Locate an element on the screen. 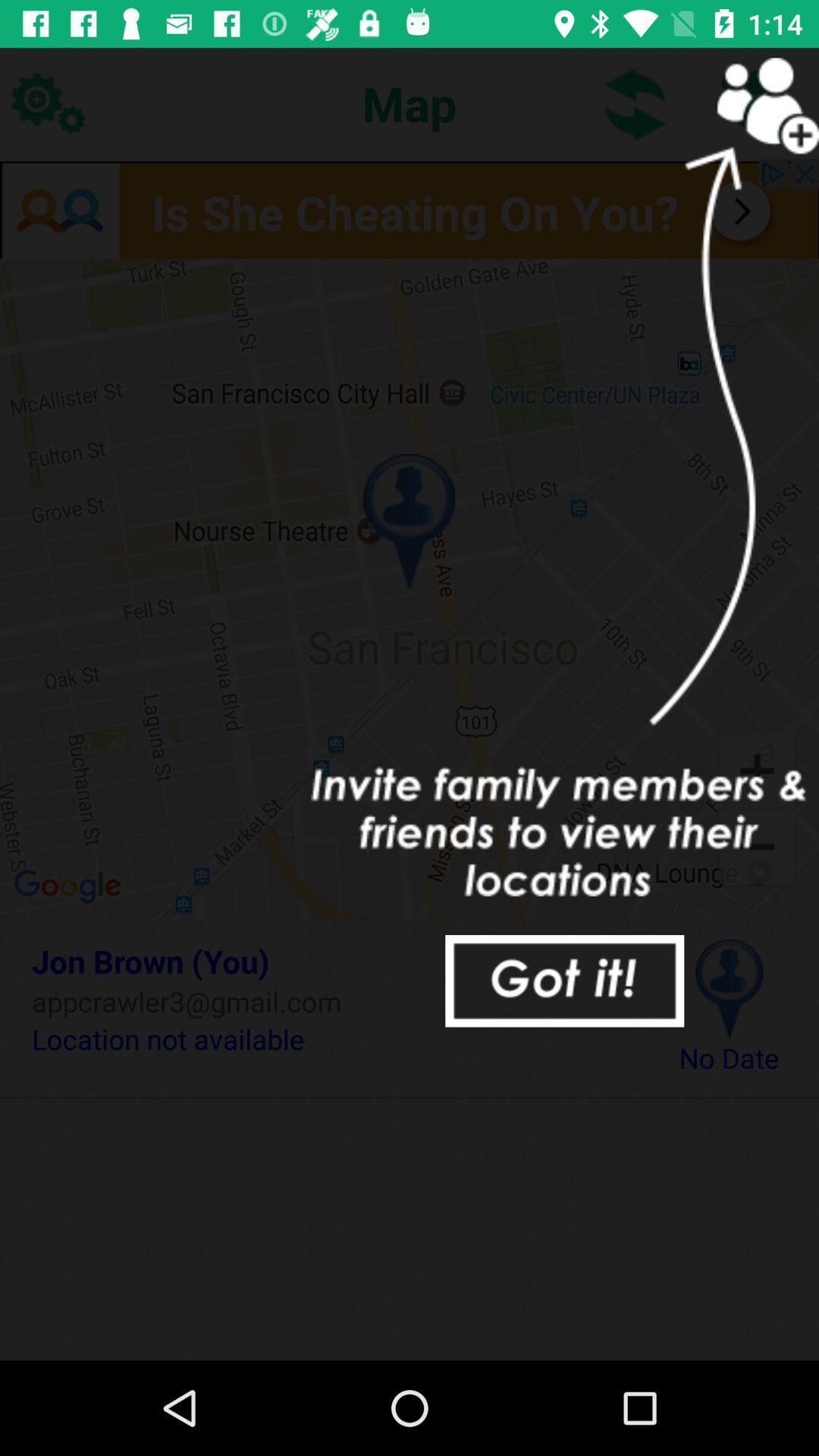 The height and width of the screenshot is (1456, 819). icon above the no date item is located at coordinates (728, 989).